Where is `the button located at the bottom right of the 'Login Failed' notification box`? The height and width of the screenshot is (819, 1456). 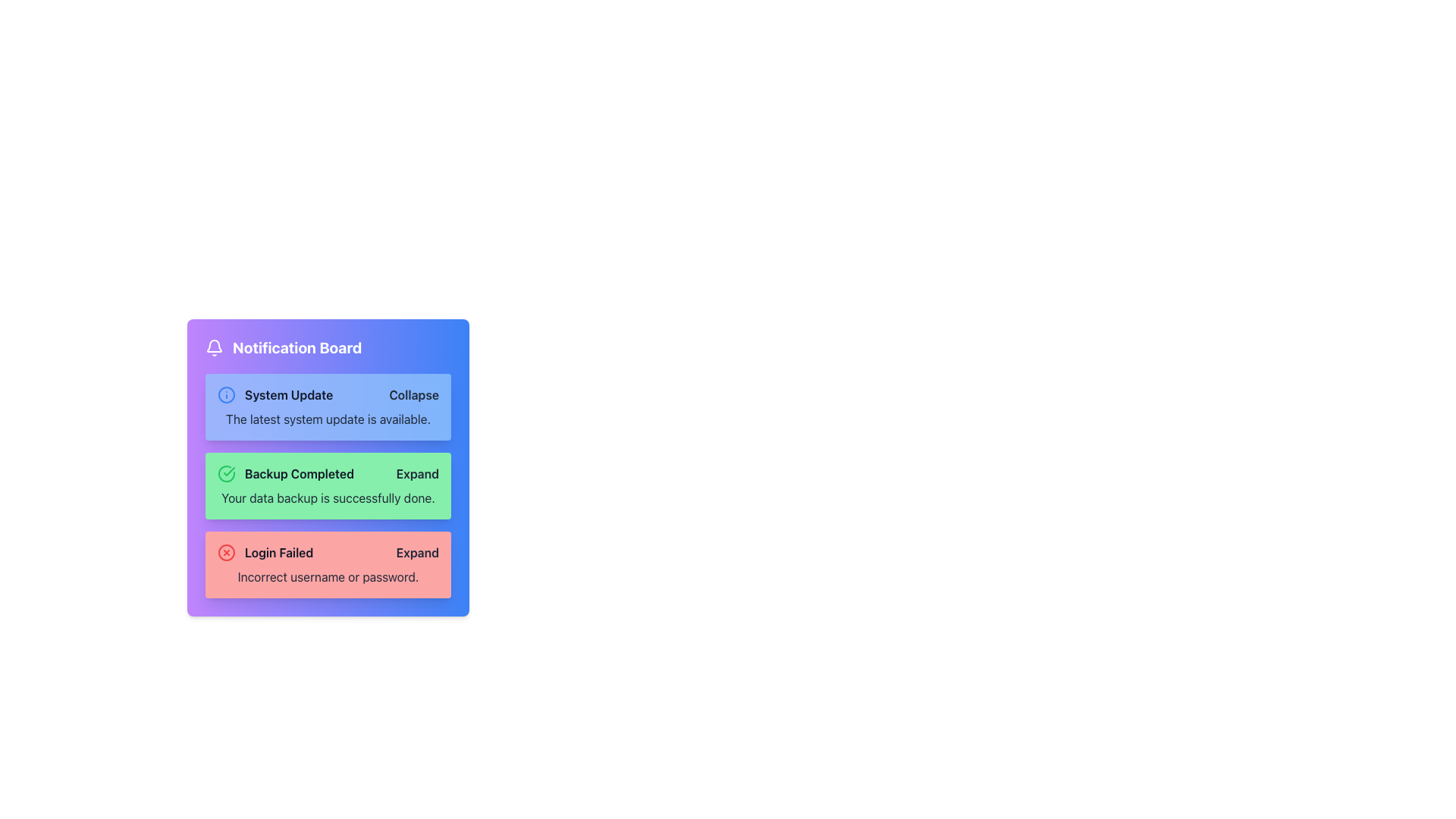 the button located at the bottom right of the 'Login Failed' notification box is located at coordinates (417, 553).